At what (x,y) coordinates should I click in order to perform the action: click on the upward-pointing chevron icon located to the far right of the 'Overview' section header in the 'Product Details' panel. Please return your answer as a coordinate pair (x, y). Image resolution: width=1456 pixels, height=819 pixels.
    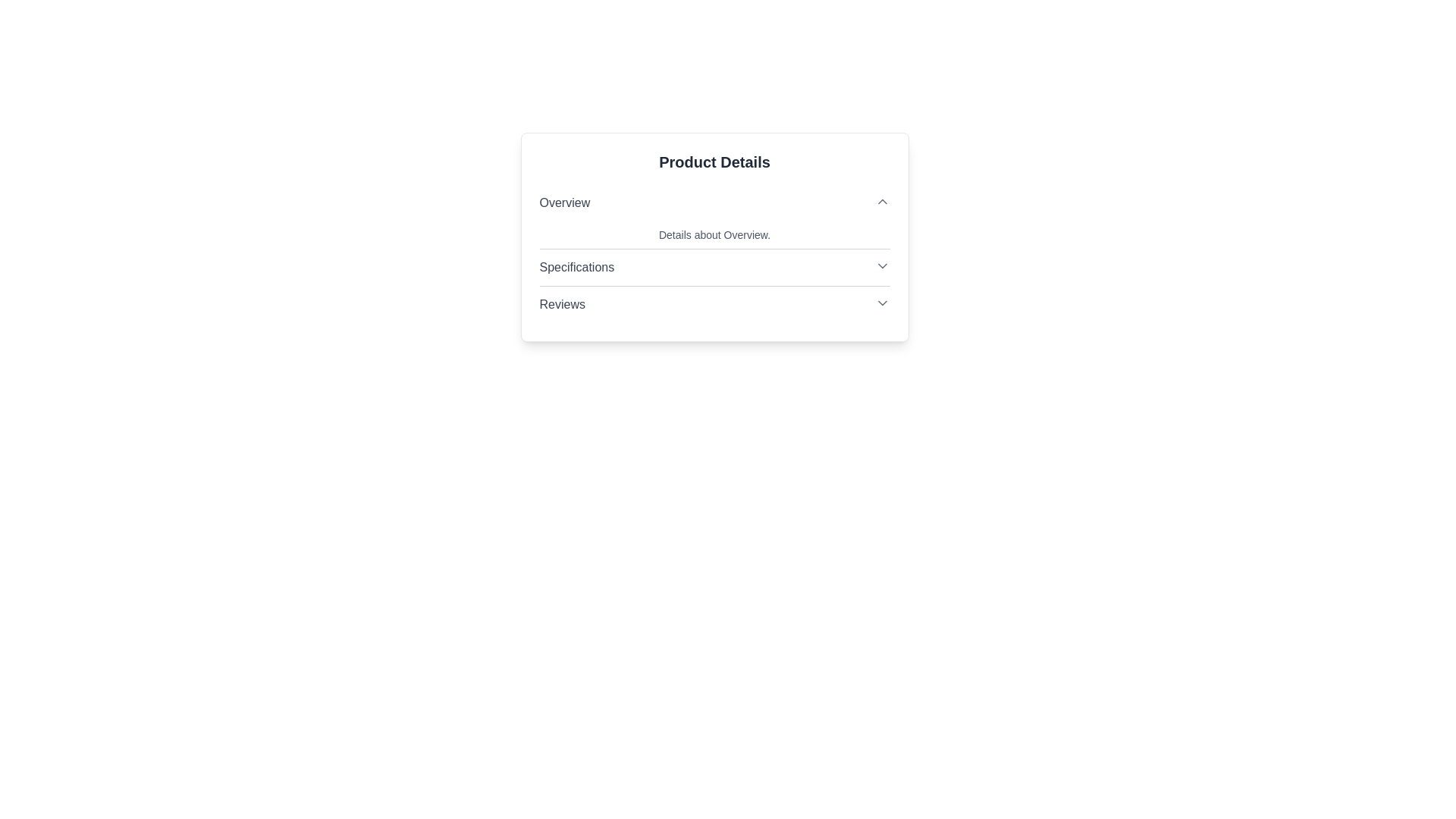
    Looking at the image, I should click on (882, 201).